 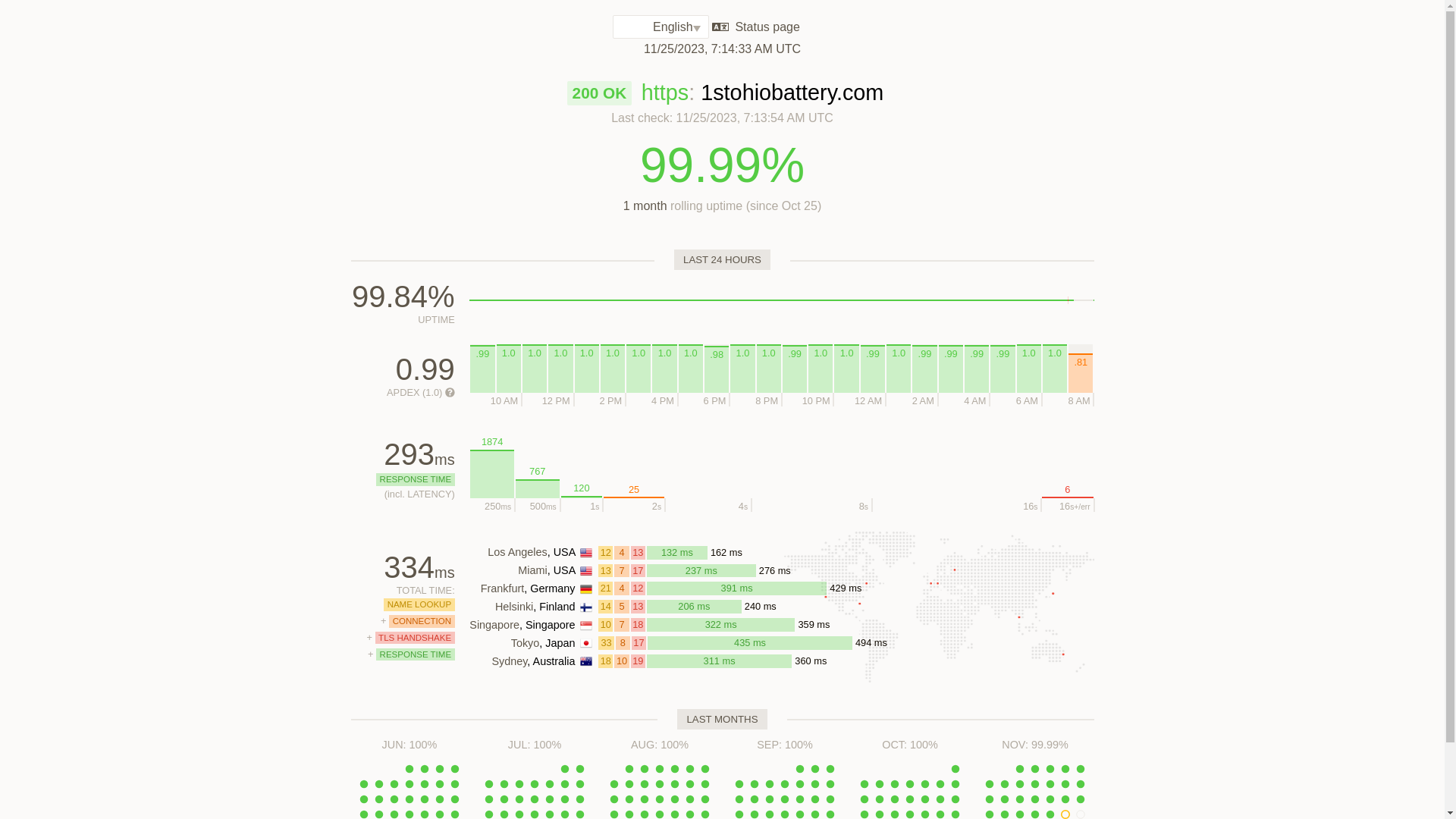 I want to click on '<small>Jul 08:</small> No downtime', so click(x=563, y=783).